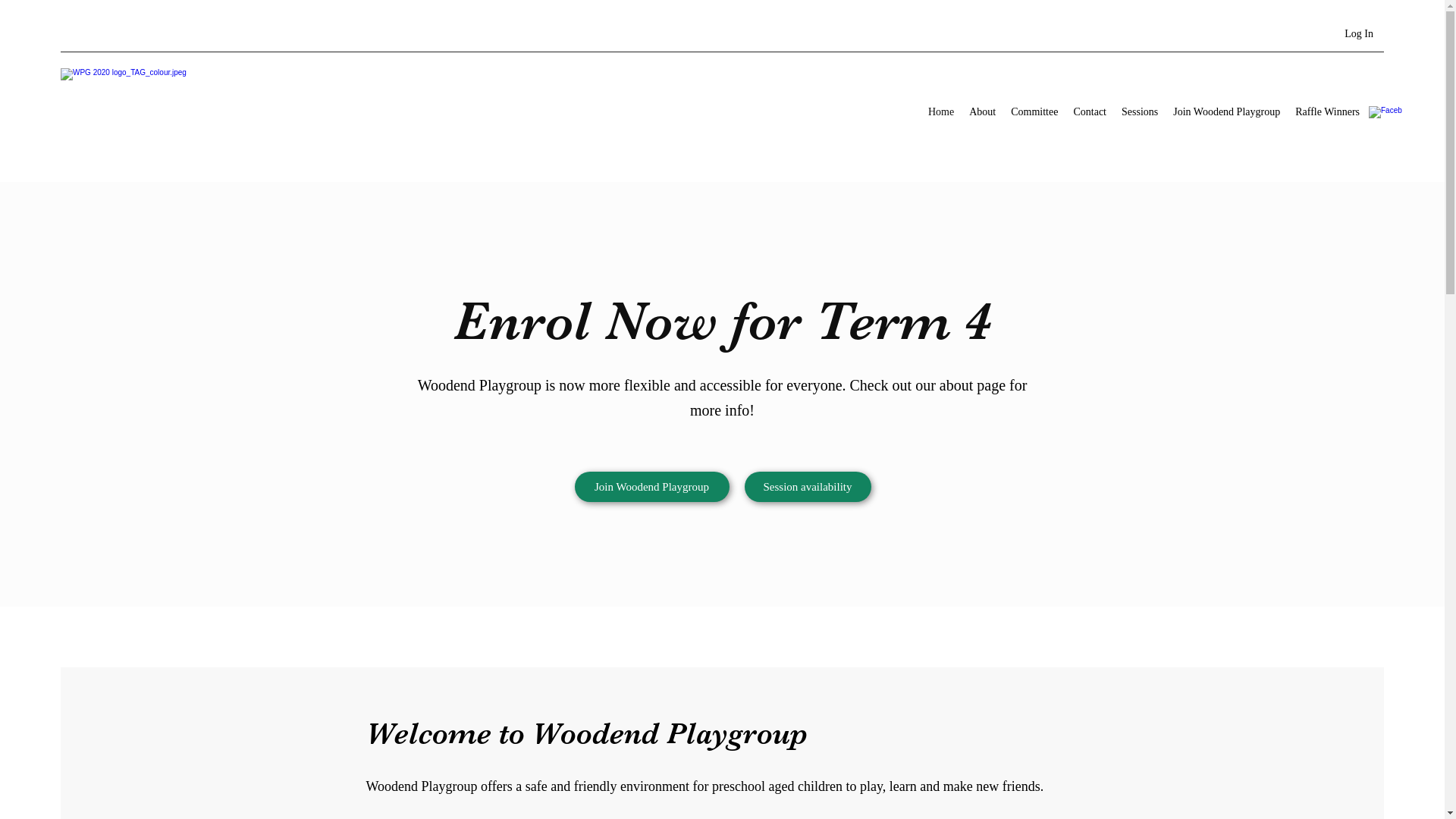 This screenshot has height=819, width=1456. What do you see at coordinates (982, 113) in the screenshot?
I see `'About'` at bounding box center [982, 113].